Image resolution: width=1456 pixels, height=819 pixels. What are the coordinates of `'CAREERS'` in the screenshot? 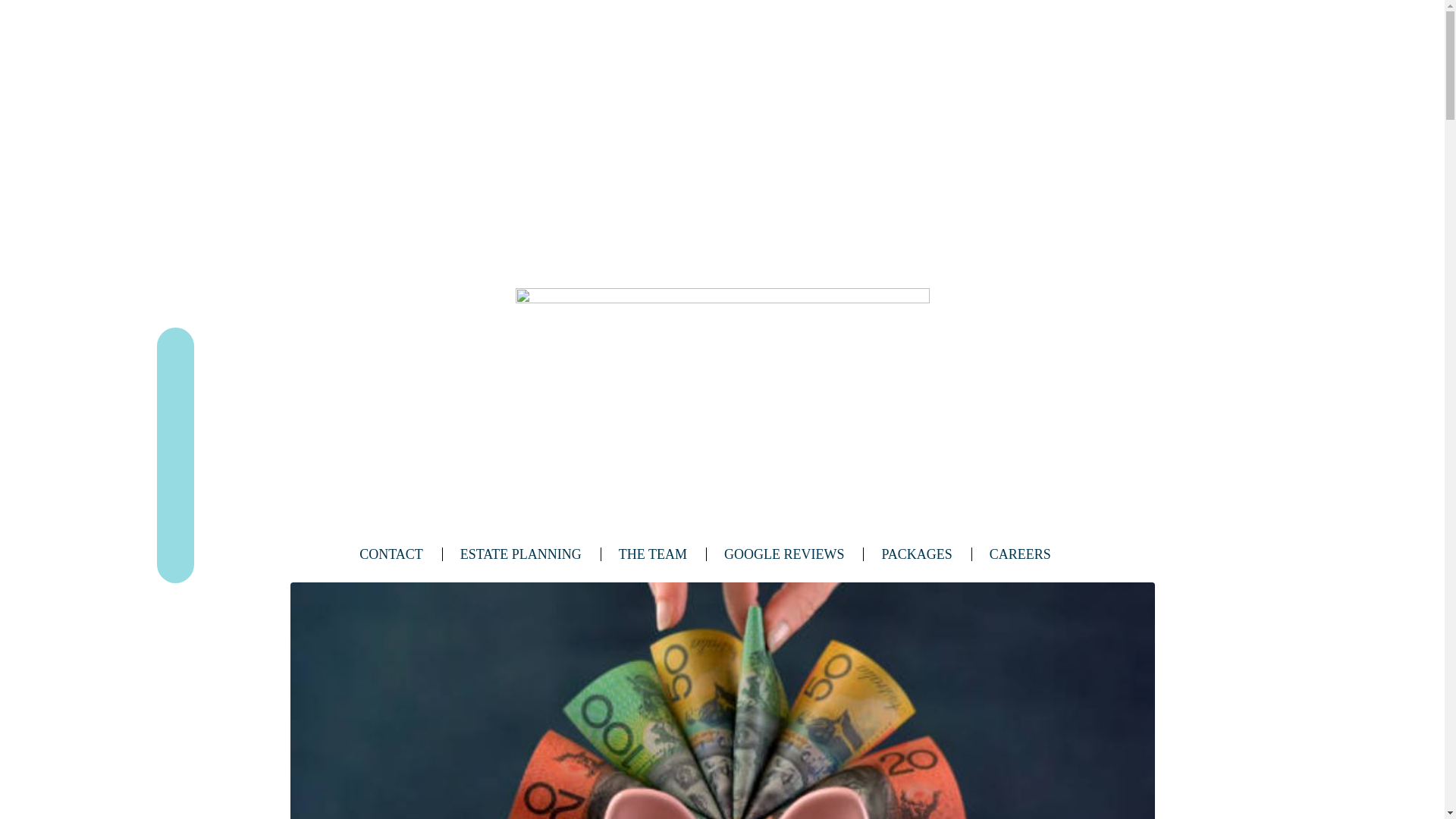 It's located at (1030, 554).